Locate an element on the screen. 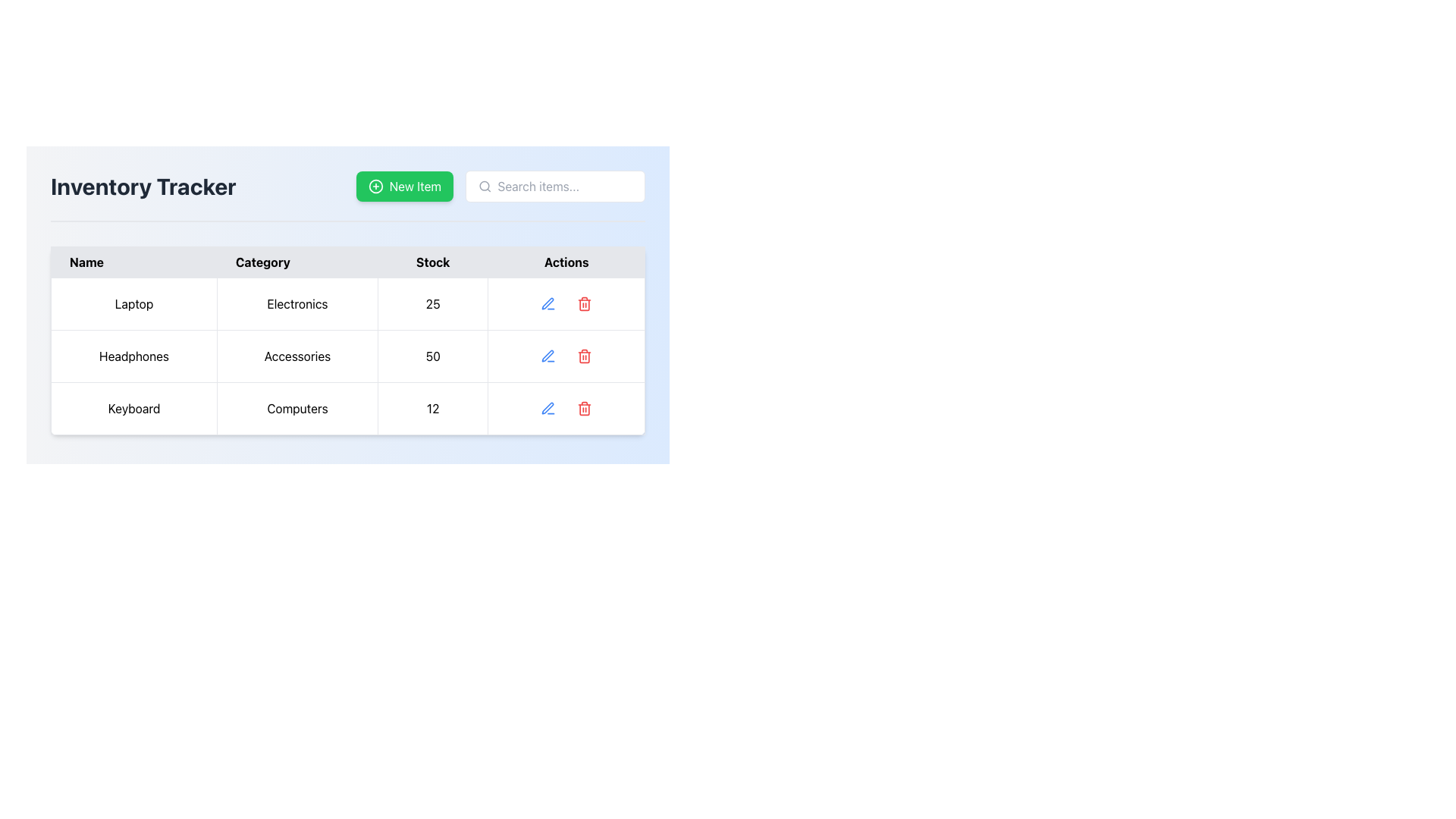  the Edit Icon Button located in the 'Actions' column of the third row (Keyboard row) of the table is located at coordinates (548, 408).